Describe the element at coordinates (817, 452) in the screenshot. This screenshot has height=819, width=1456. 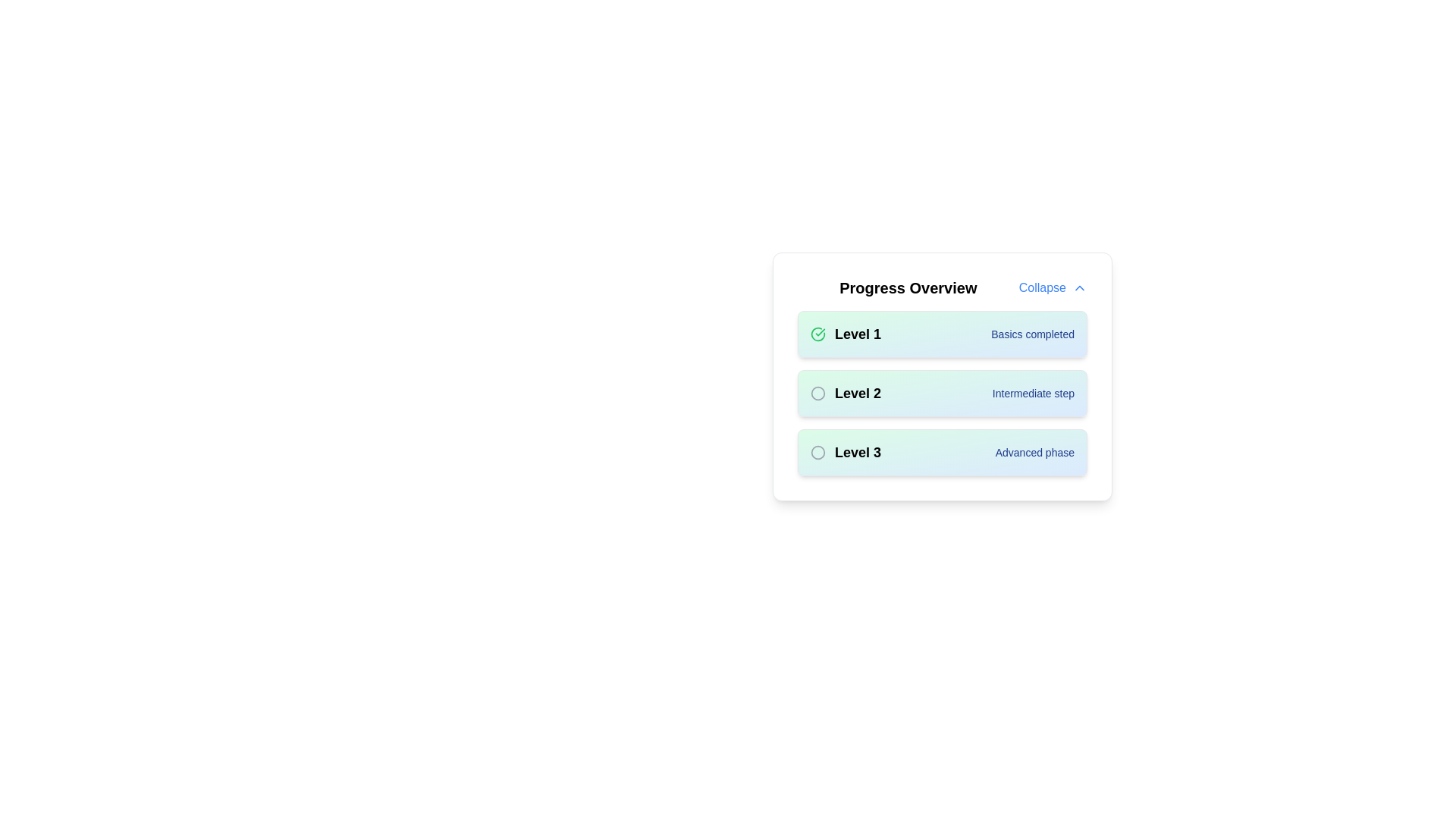
I see `the third circular SVG icon in the 'Progress Overview' panel, which represents the status for 'Level 3'` at that location.